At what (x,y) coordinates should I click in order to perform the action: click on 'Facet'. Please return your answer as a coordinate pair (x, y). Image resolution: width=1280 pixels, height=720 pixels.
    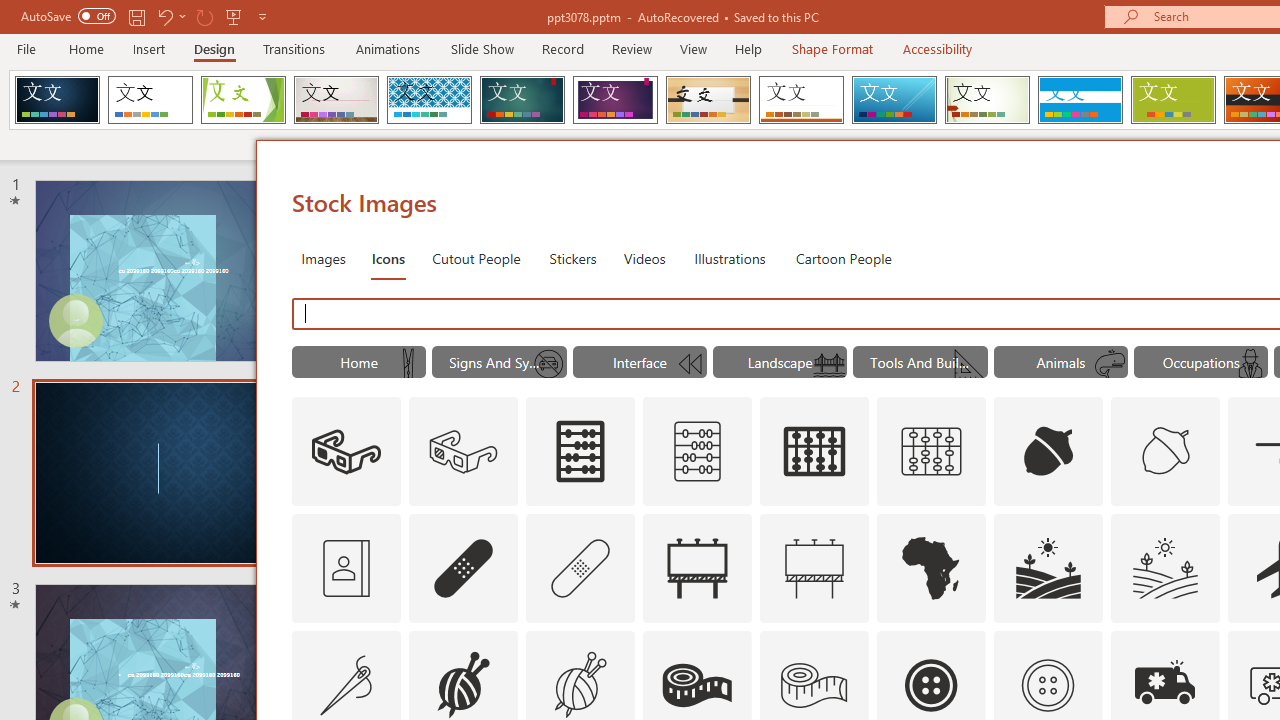
    Looking at the image, I should click on (242, 100).